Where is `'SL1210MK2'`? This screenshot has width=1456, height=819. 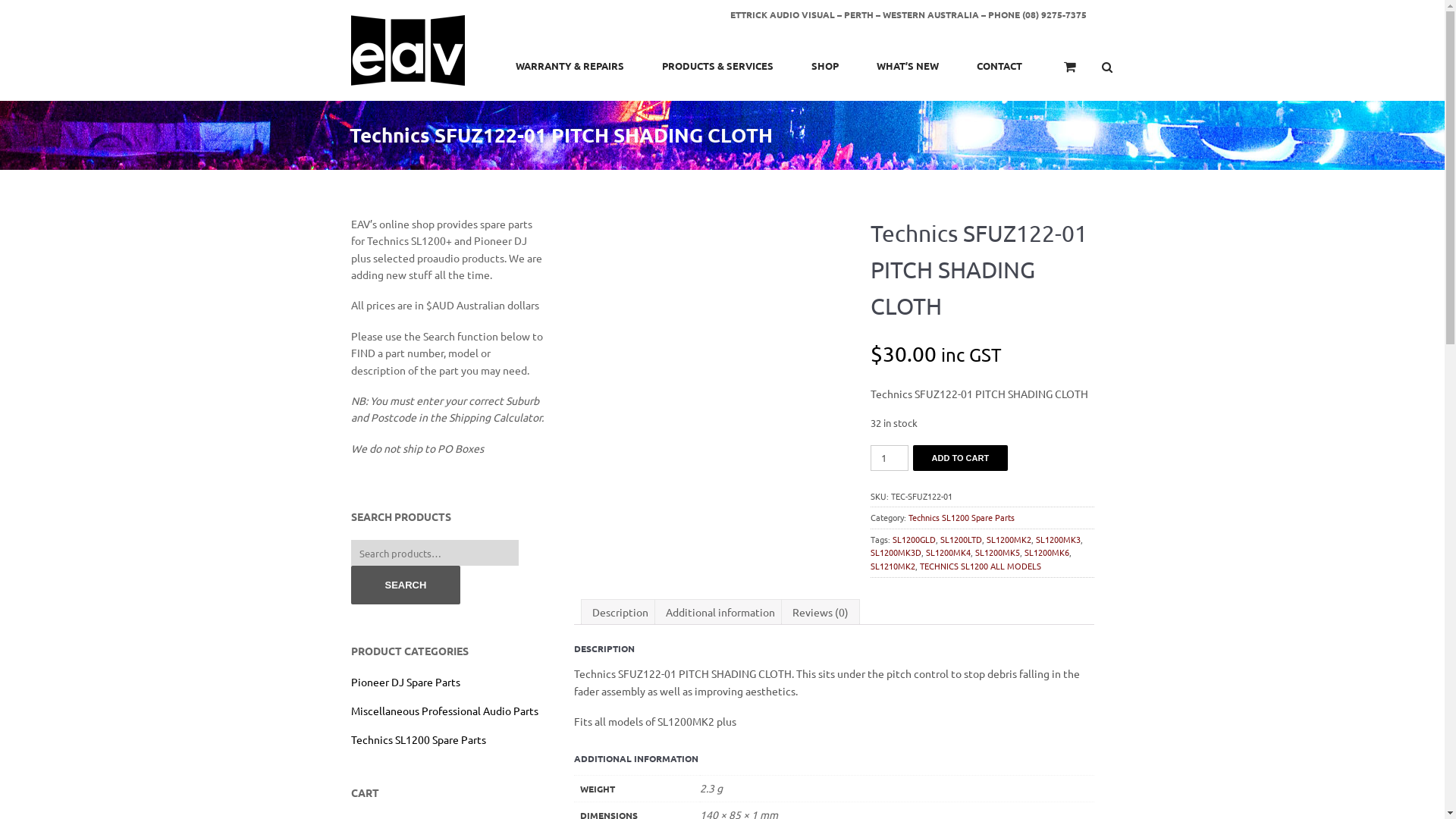
'SL1210MK2' is located at coordinates (893, 565).